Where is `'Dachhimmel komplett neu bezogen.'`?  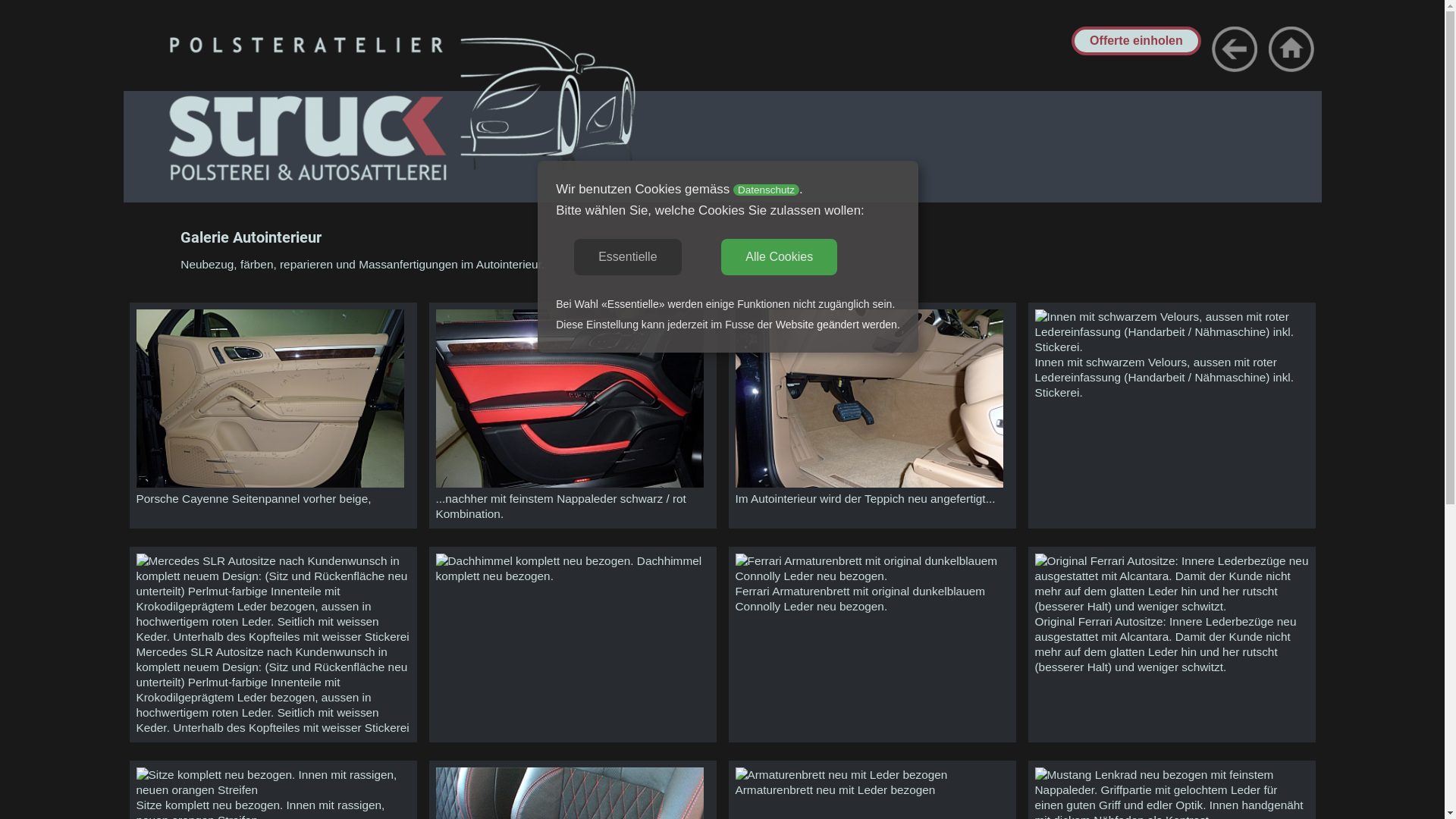
'Dachhimmel komplett neu bezogen.' is located at coordinates (435, 560).